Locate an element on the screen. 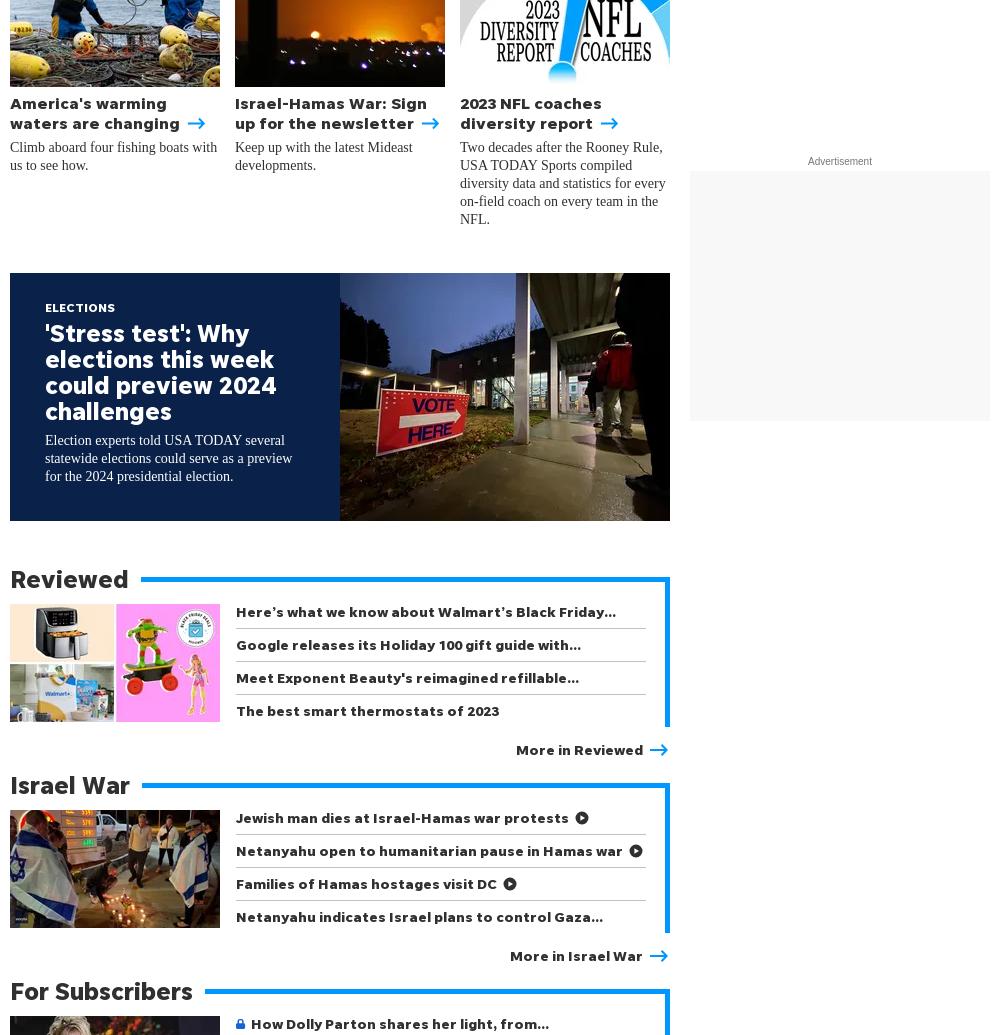 The width and height of the screenshot is (1000, 1035). 'Here’s what we know about Walmart’s Black Friday…' is located at coordinates (426, 610).